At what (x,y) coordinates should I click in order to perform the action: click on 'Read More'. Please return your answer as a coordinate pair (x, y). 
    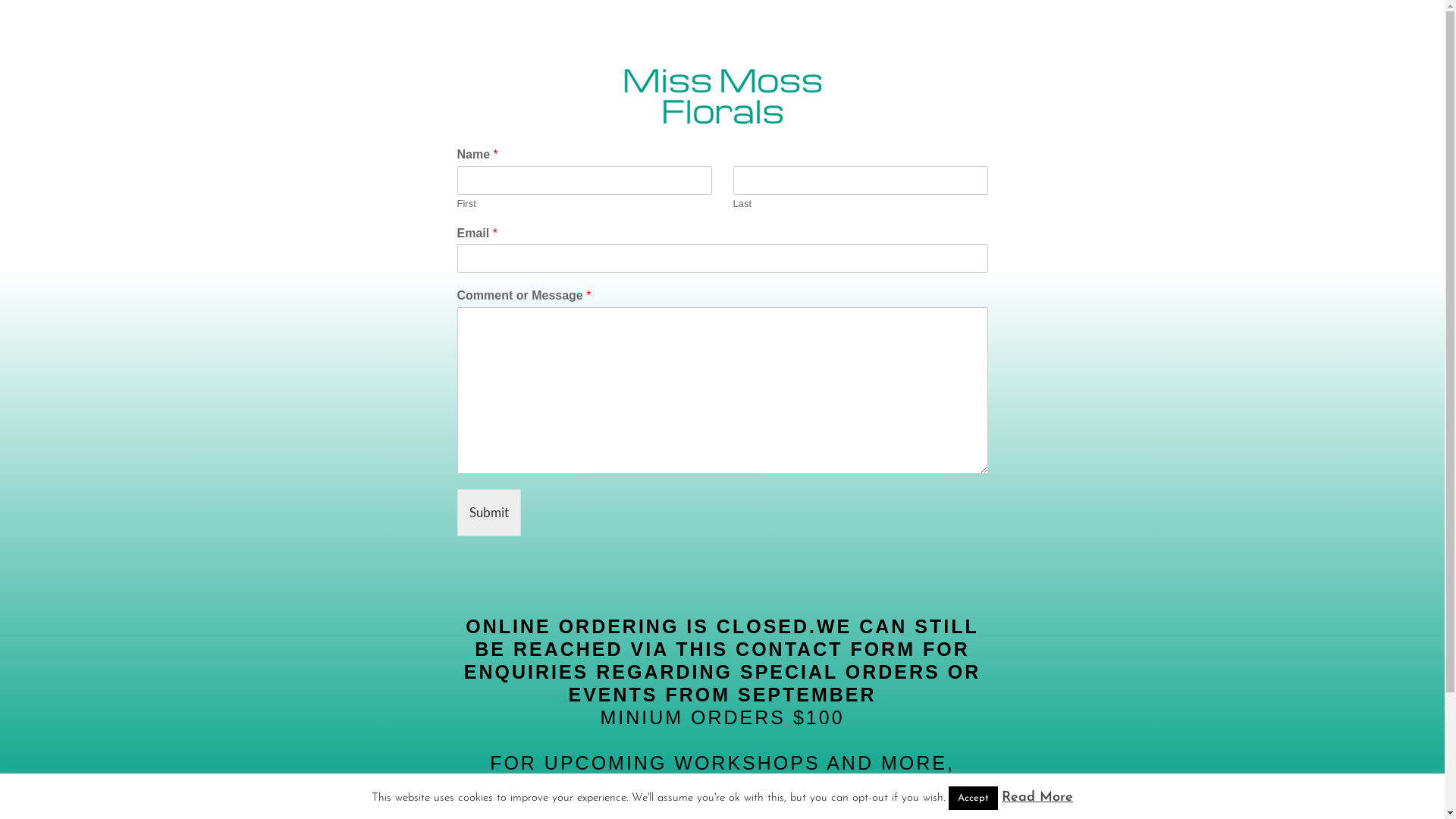
    Looking at the image, I should click on (1037, 797).